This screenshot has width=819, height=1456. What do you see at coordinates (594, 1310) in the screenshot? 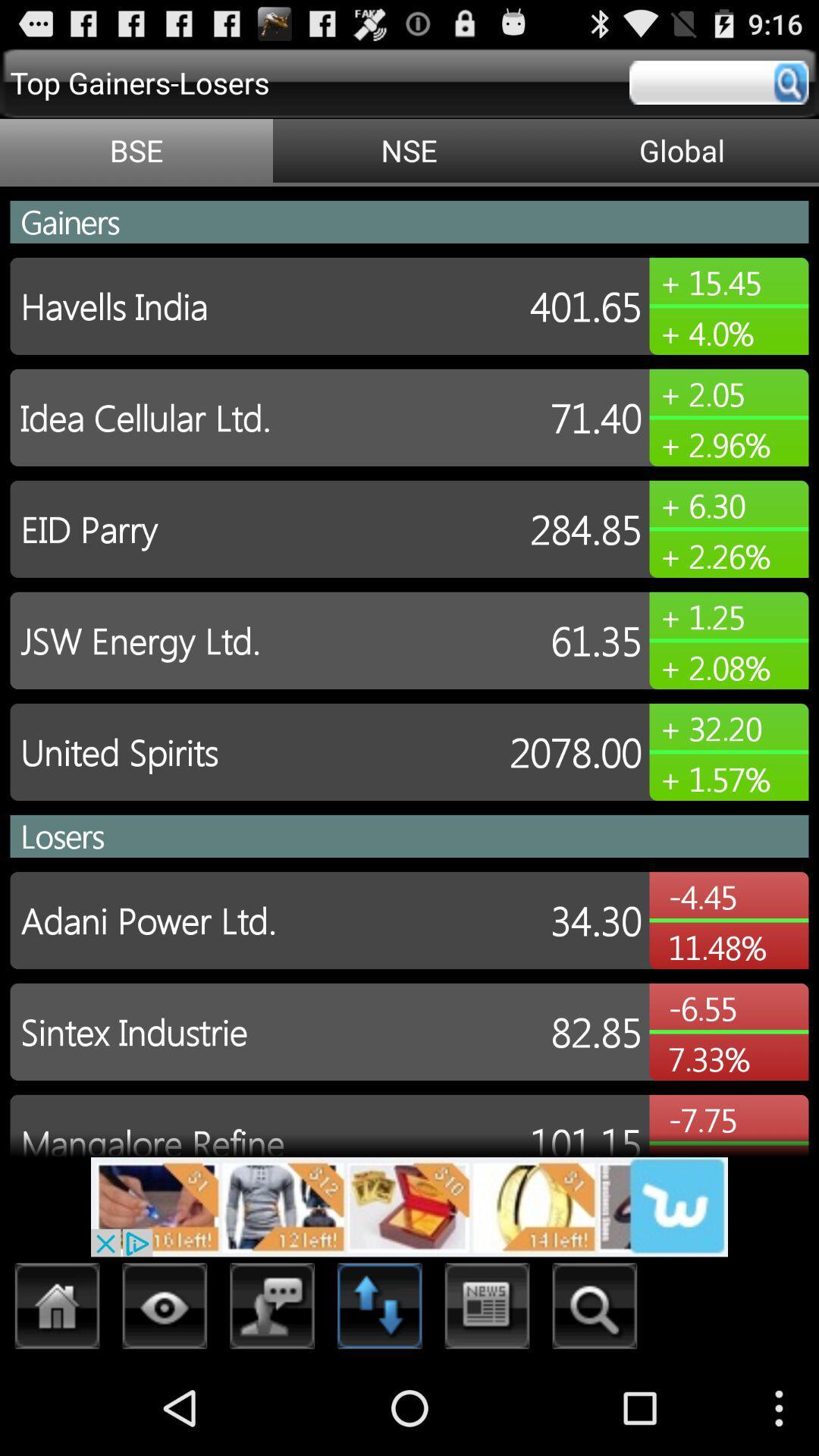
I see `find company` at bounding box center [594, 1310].